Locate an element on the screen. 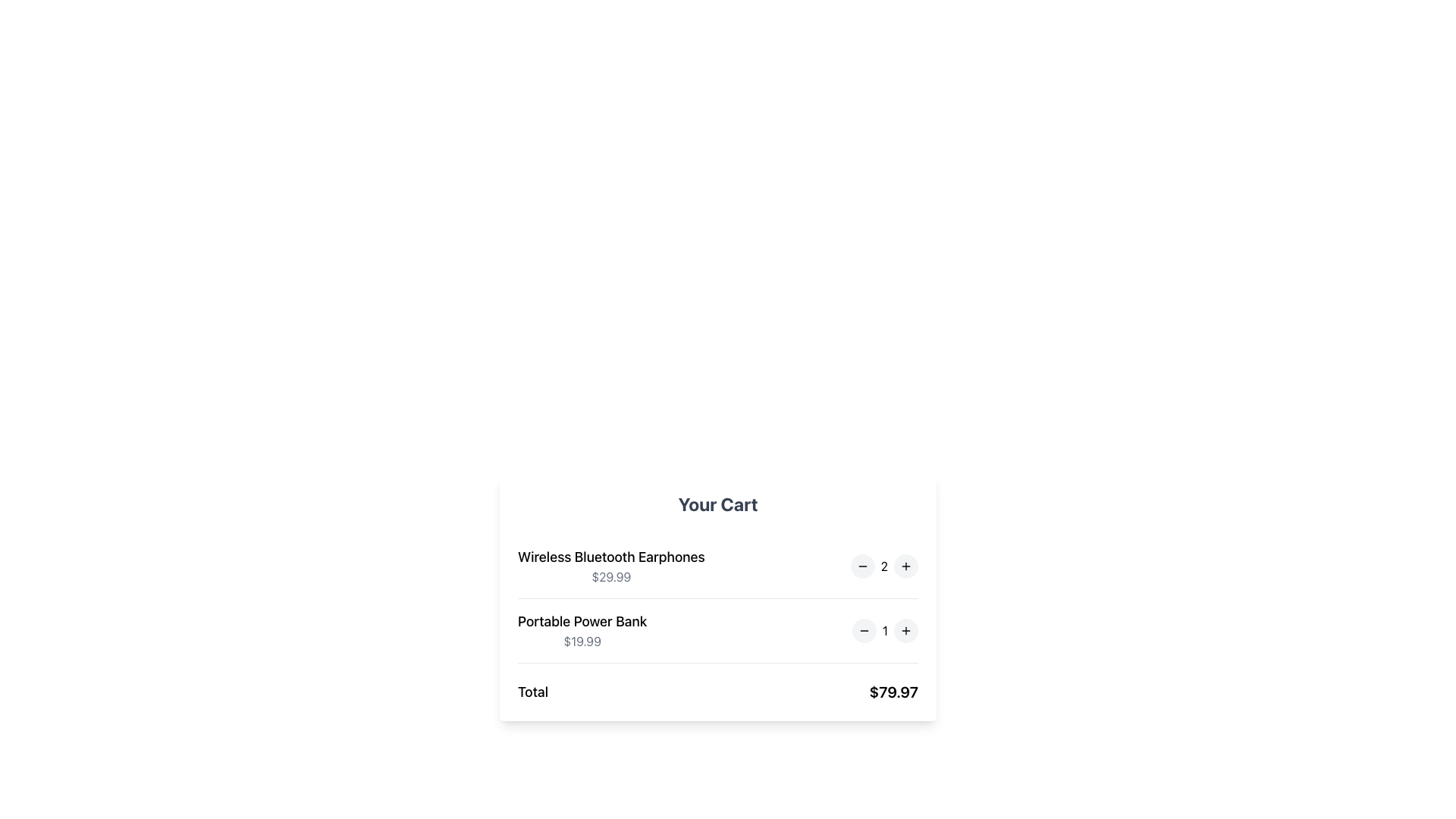  the decrease quantity button located to the right of the 'Portable Power Bank' product listing in the 'Your Cart' section to potentially display a tooltip is located at coordinates (864, 631).